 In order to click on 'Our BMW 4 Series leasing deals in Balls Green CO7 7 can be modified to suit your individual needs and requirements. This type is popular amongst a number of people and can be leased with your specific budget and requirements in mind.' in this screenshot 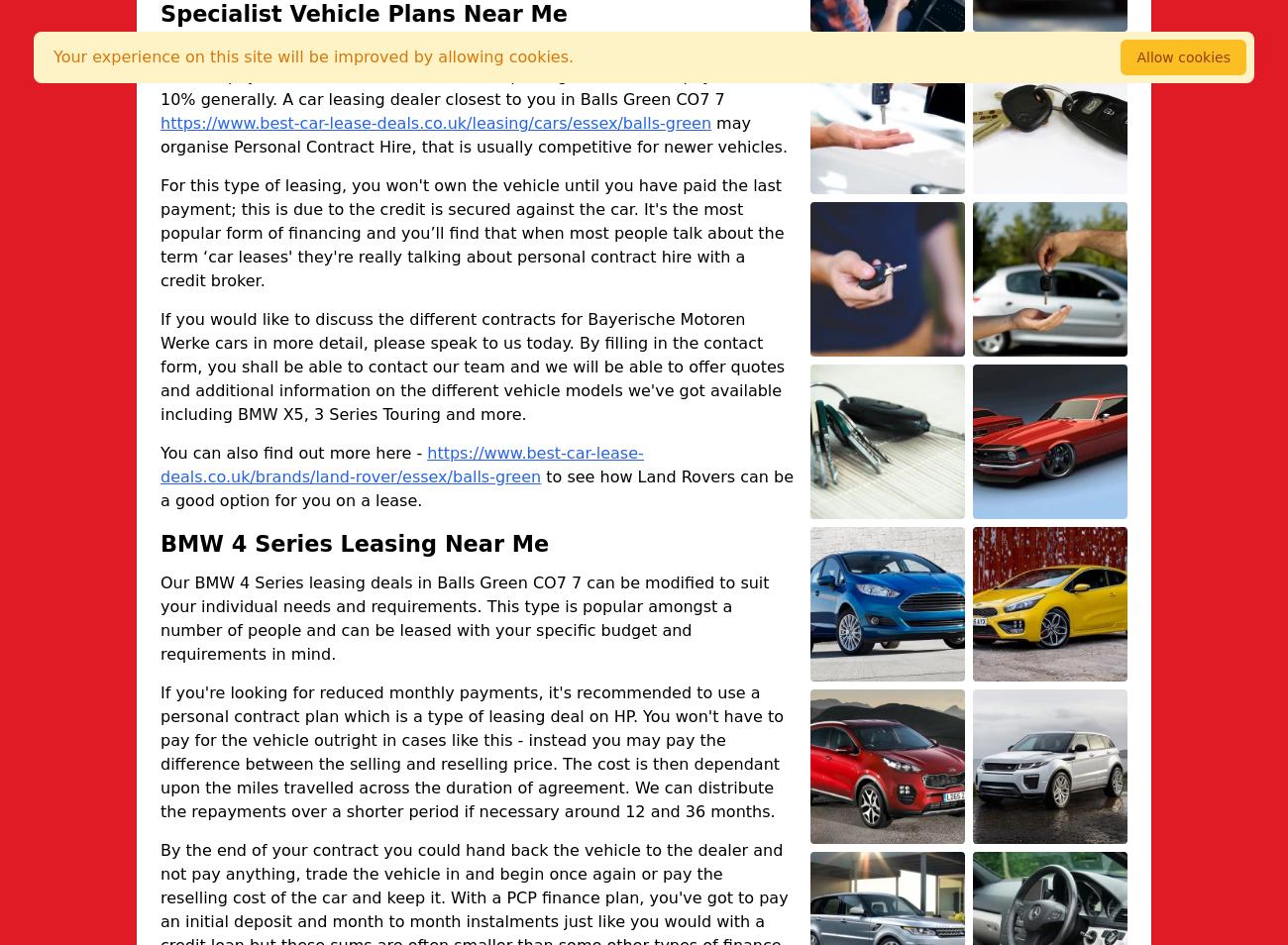, I will do `click(464, 616)`.